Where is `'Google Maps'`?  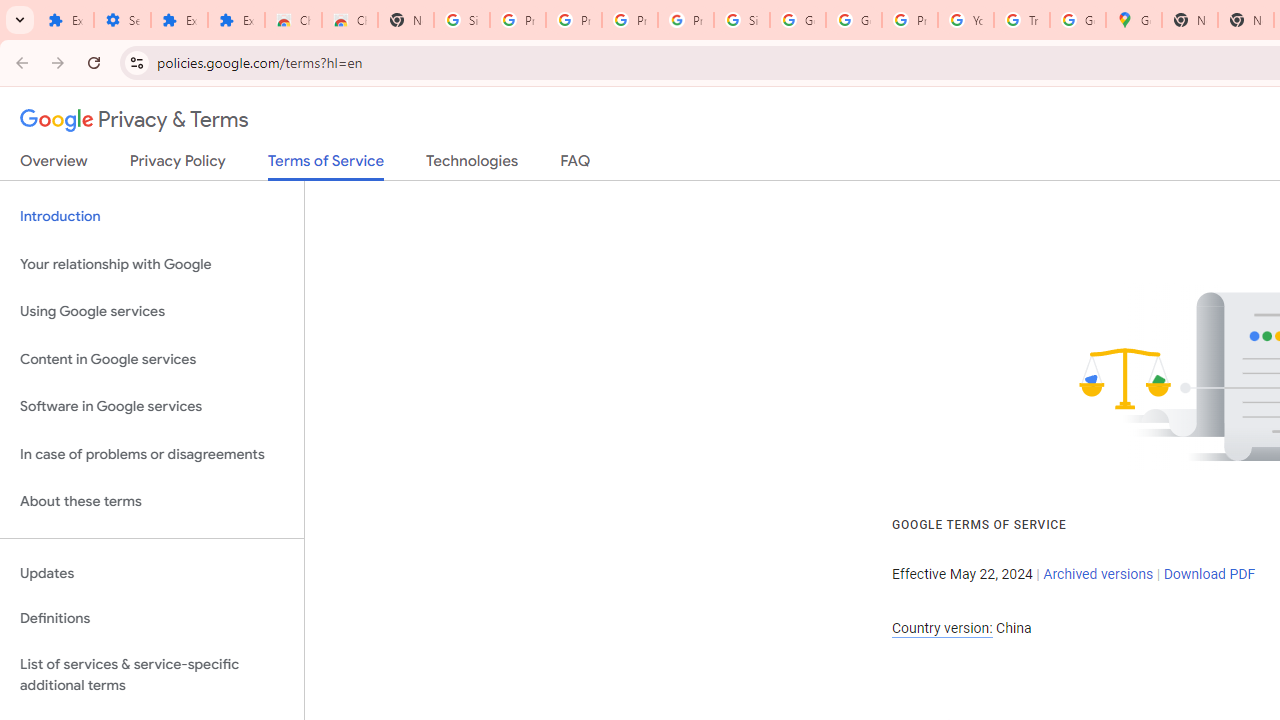
'Google Maps' is located at coordinates (1134, 20).